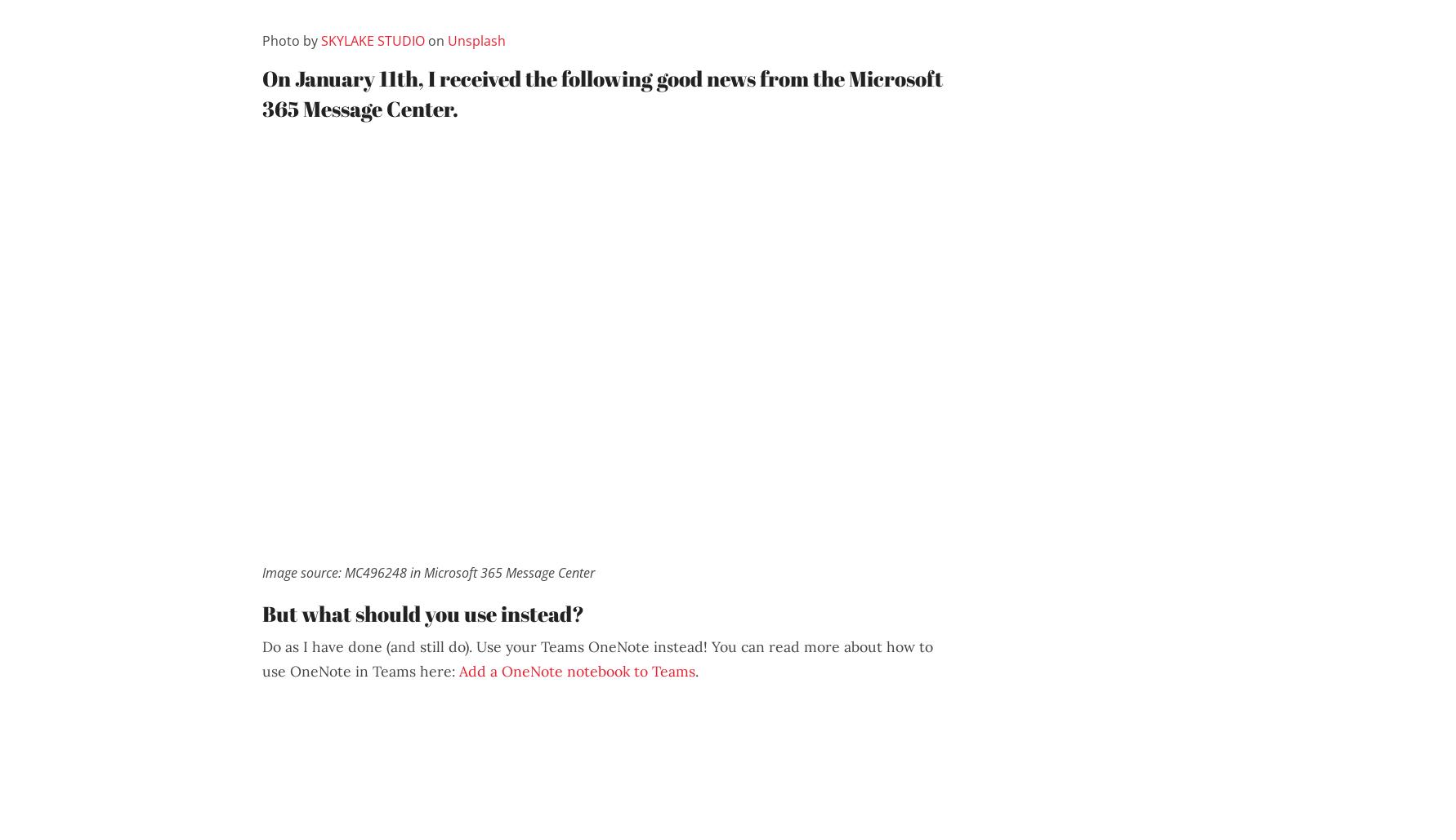 The width and height of the screenshot is (1456, 840). What do you see at coordinates (290, 40) in the screenshot?
I see `'Photo by'` at bounding box center [290, 40].